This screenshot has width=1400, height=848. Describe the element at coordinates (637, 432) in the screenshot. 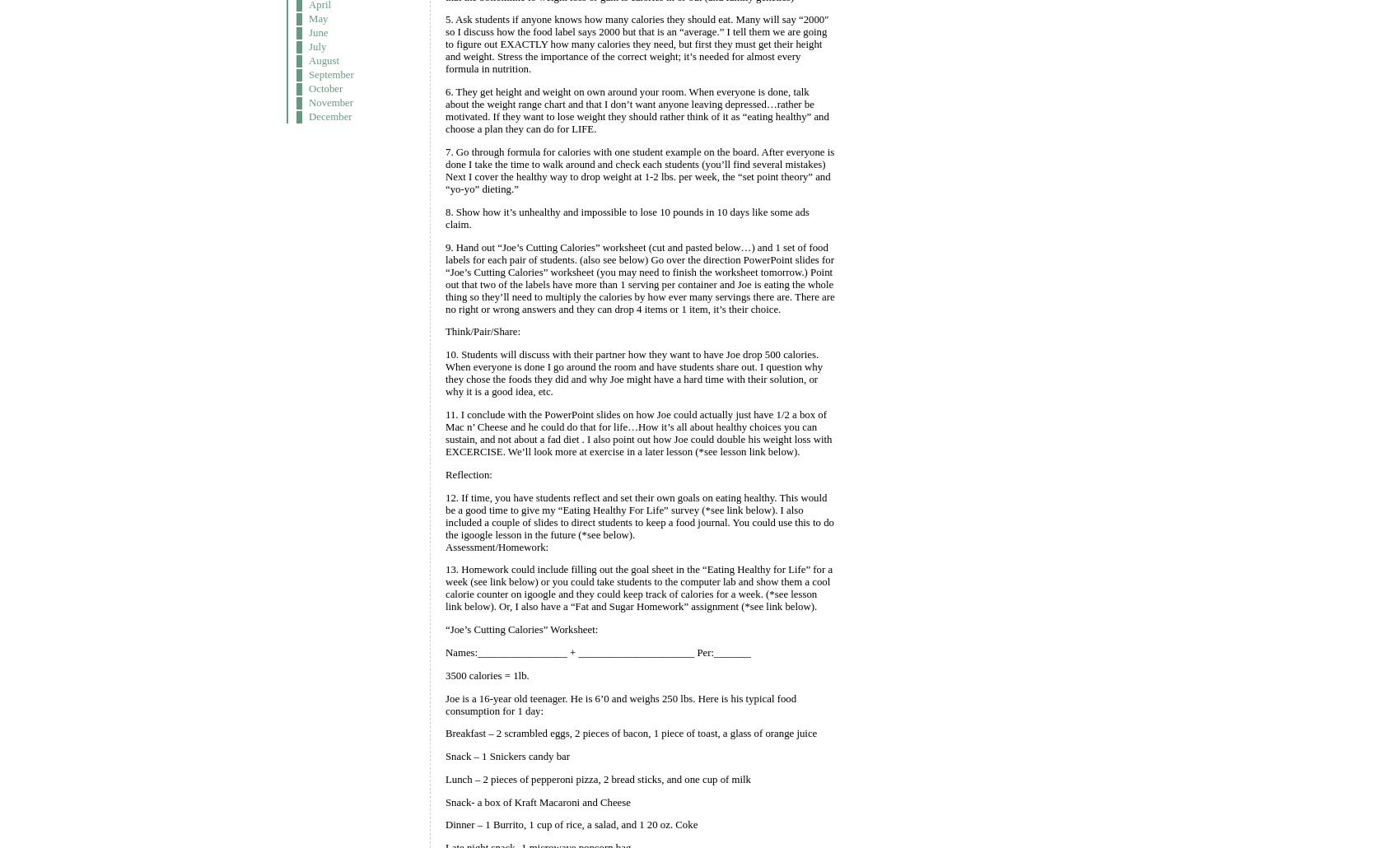

I see `'11. I conclude with the PowerPoint slides on how Joe could actually just have 1/2 a box of Mac n’ Cheese and he could do that for life…How it’s all about healthy choices you can sustain, and not about a fad diet . I also point out how Joe could double his weight loss with EXCERCISE. We’ll look more at exercise in a later lesson (*see lesson link below).'` at that location.